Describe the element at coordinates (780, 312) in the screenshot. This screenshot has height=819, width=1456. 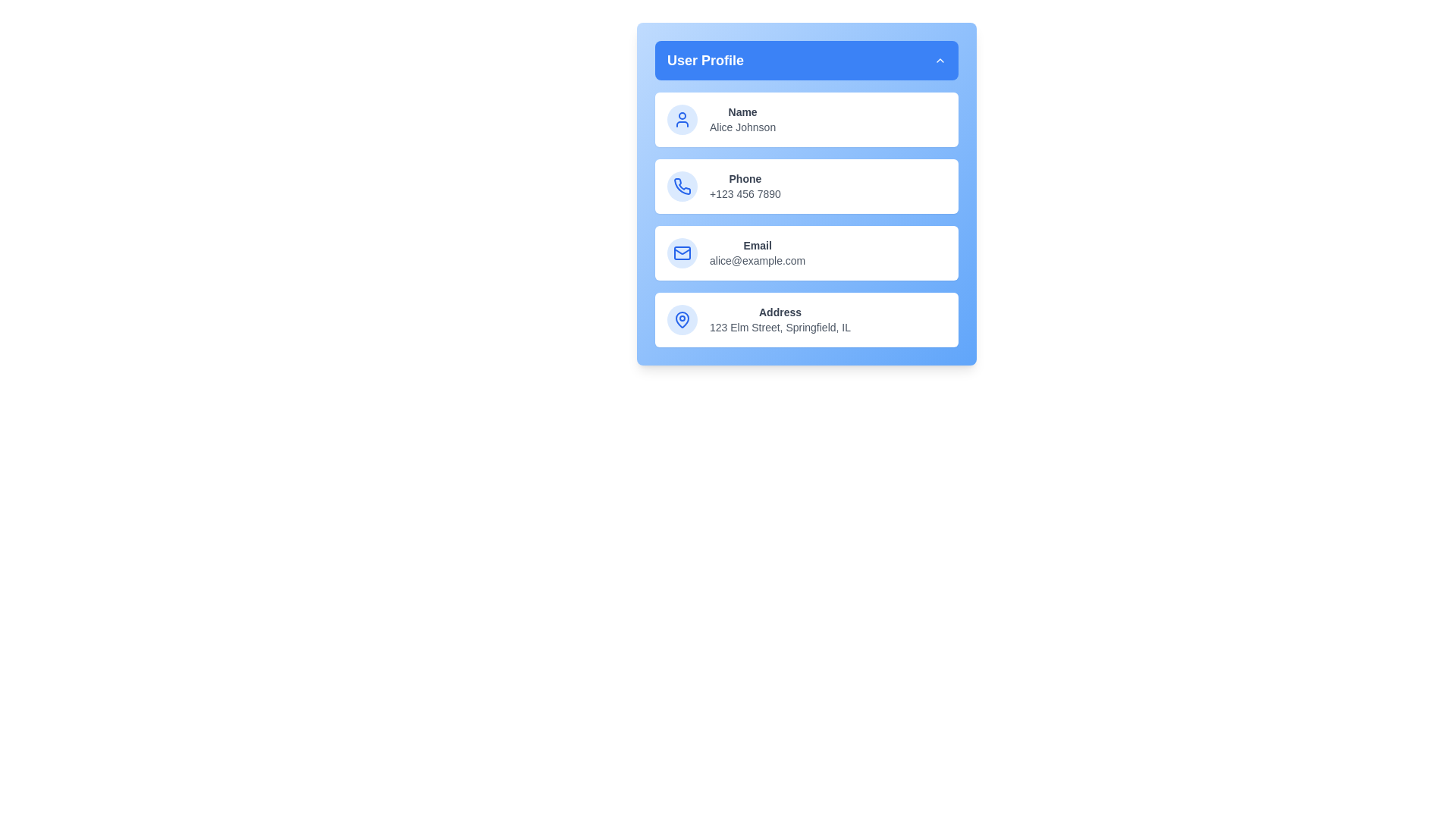
I see `the static text label displaying 'Address' in bold dark grey, located within the user information card, positioned above the address information text` at that location.